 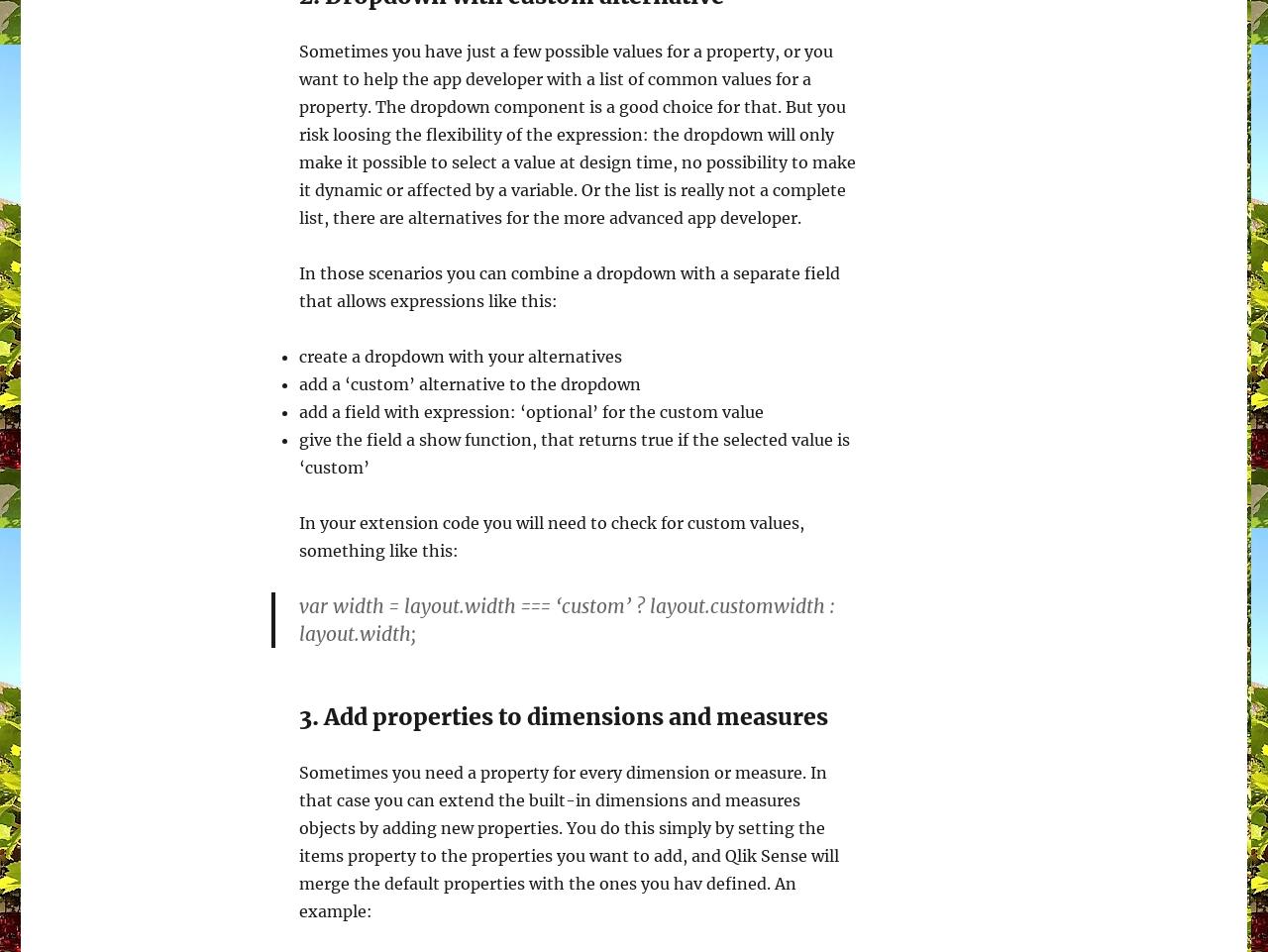 I want to click on 'give the field a show function, that returns true if the selected value is ‘custom’', so click(x=573, y=453).